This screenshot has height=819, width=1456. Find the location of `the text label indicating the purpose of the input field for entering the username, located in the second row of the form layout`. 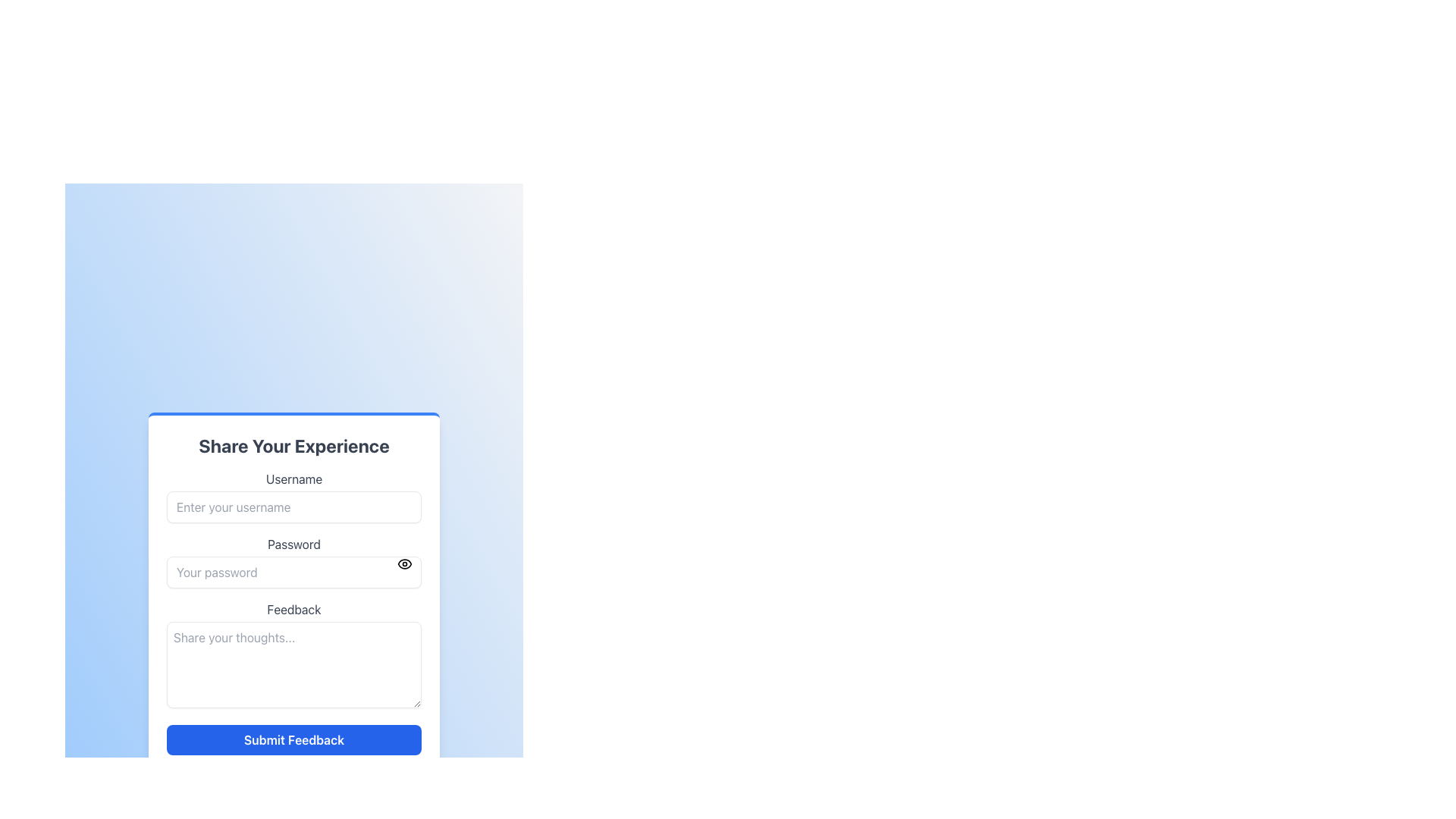

the text label indicating the purpose of the input field for entering the username, located in the second row of the form layout is located at coordinates (294, 479).